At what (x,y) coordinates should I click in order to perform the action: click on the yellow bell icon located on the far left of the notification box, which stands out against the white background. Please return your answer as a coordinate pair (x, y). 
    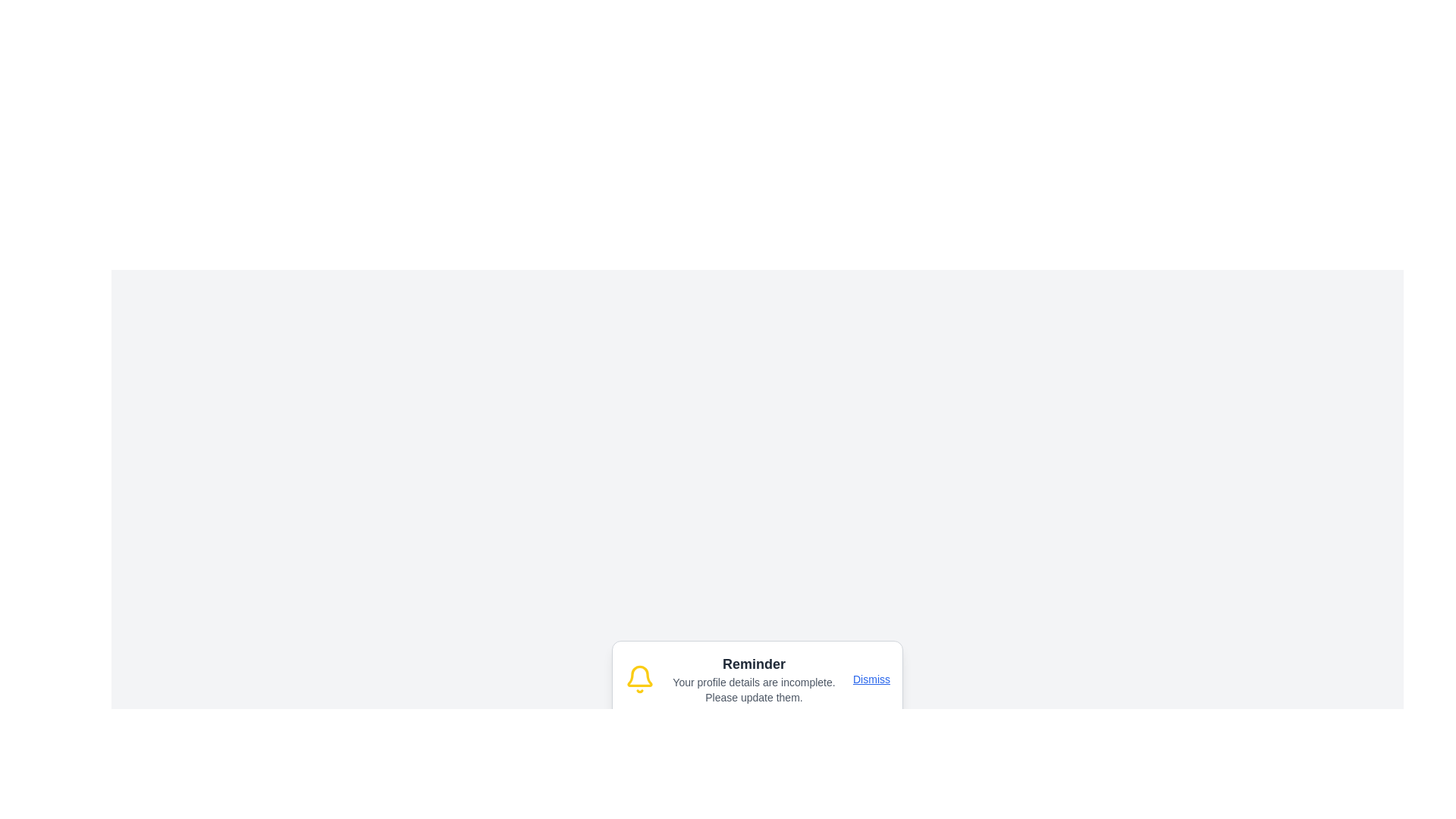
    Looking at the image, I should click on (640, 678).